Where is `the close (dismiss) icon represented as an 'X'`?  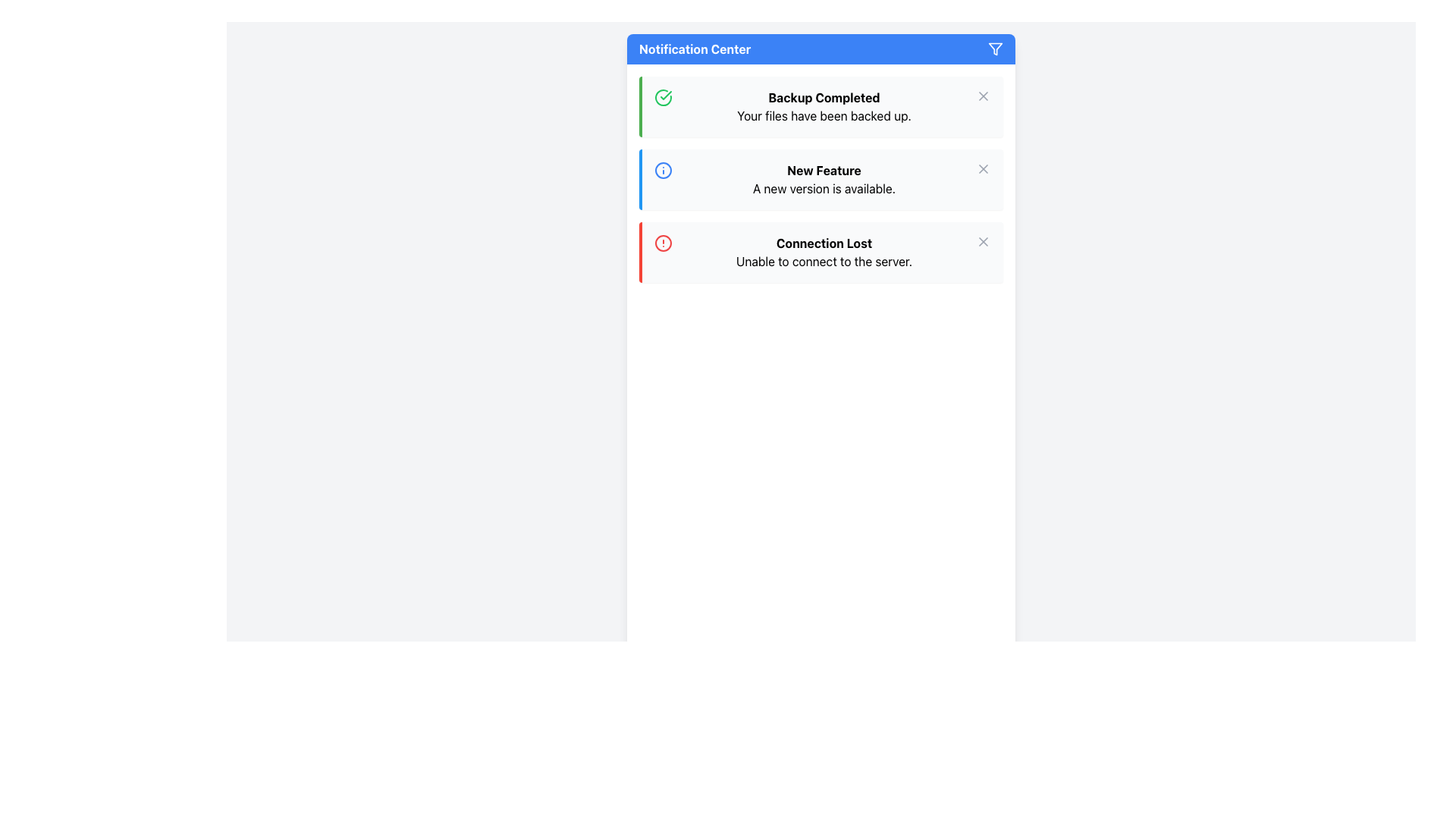 the close (dismiss) icon represented as an 'X' is located at coordinates (983, 96).